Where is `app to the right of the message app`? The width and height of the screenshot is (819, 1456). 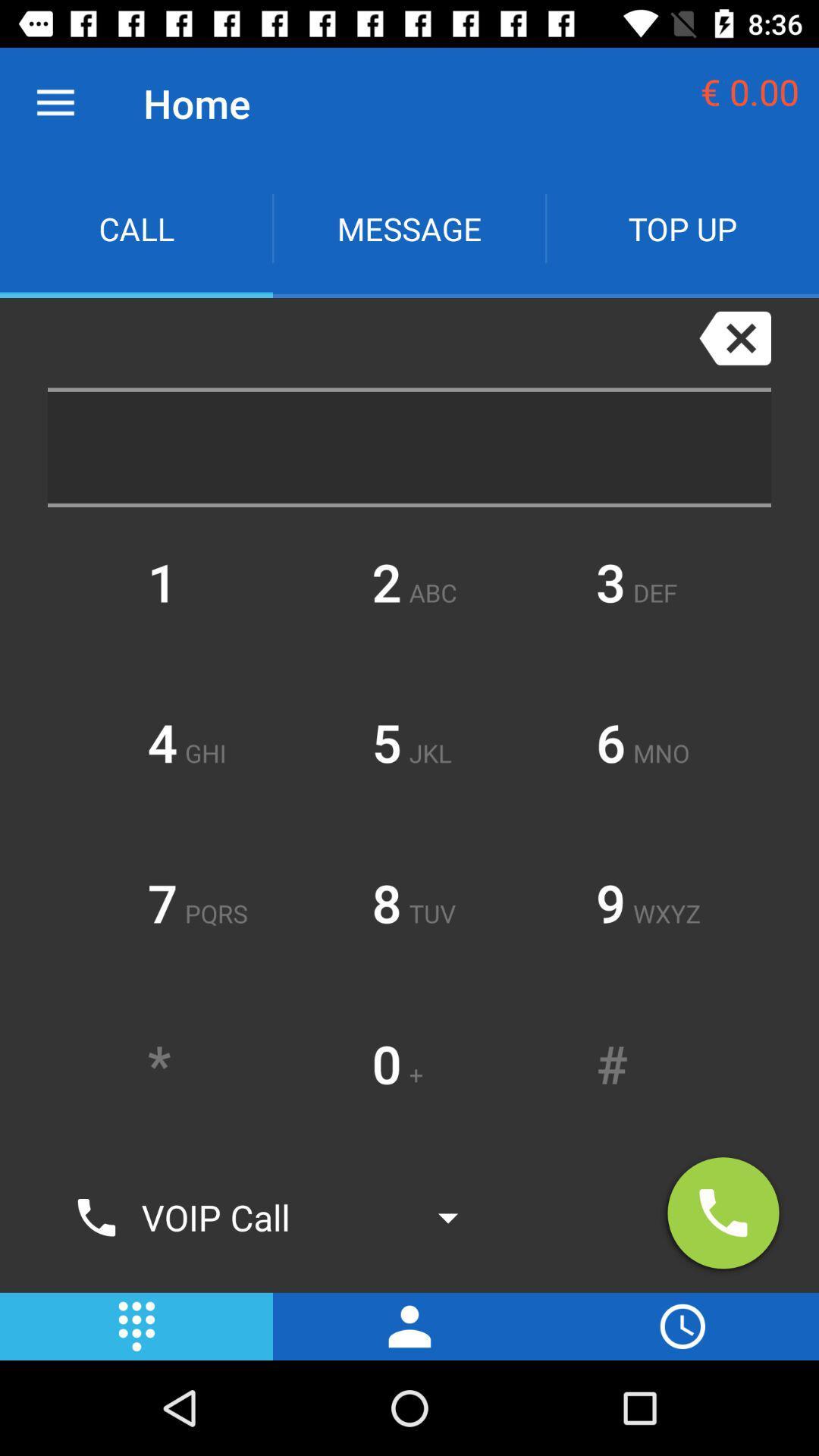 app to the right of the message app is located at coordinates (681, 227).